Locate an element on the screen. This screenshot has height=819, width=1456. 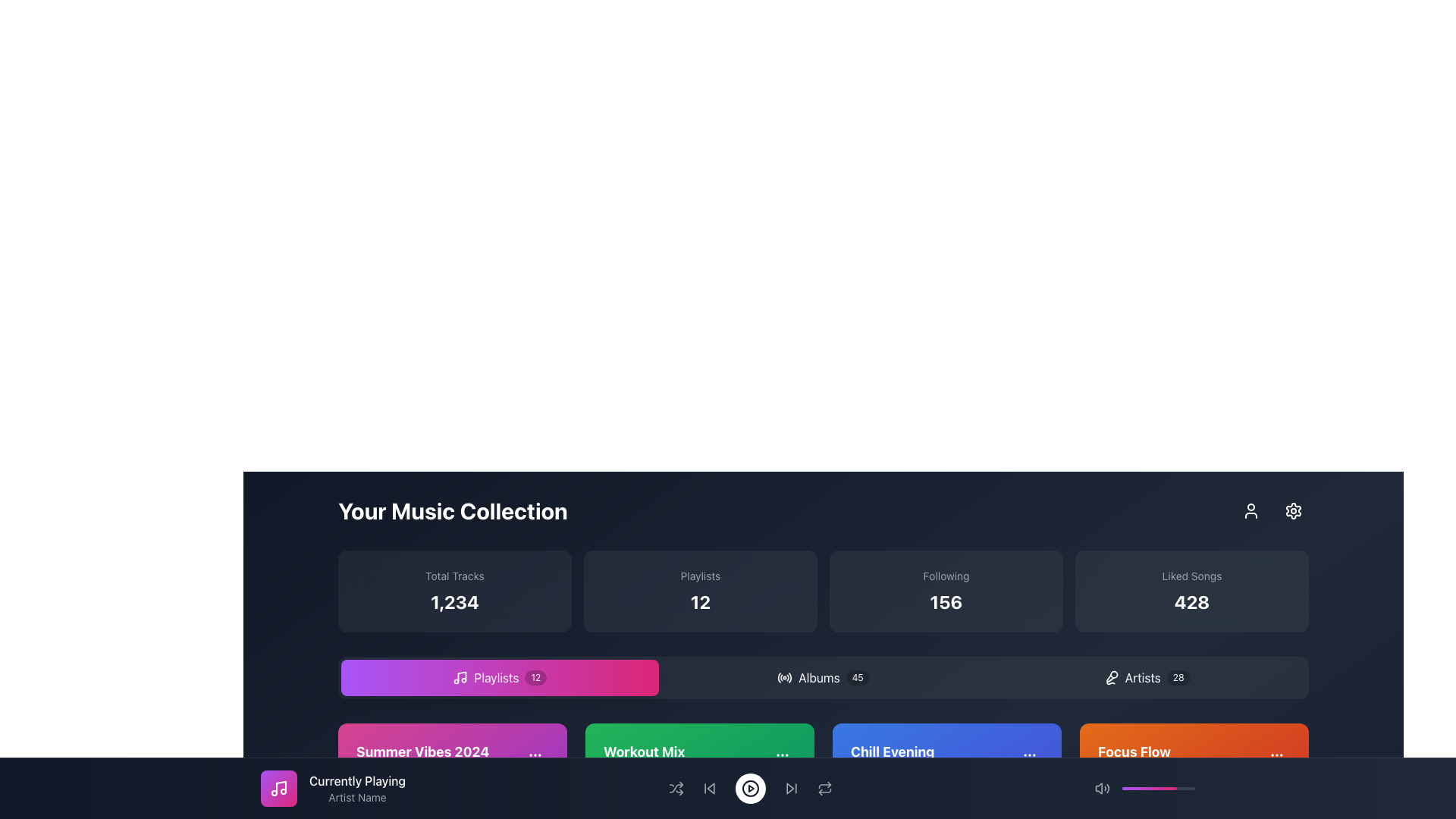
the Informational card displaying 'Following' and '156', positioned as the third card in the grid below 'Your Music Collection' is located at coordinates (946, 590).